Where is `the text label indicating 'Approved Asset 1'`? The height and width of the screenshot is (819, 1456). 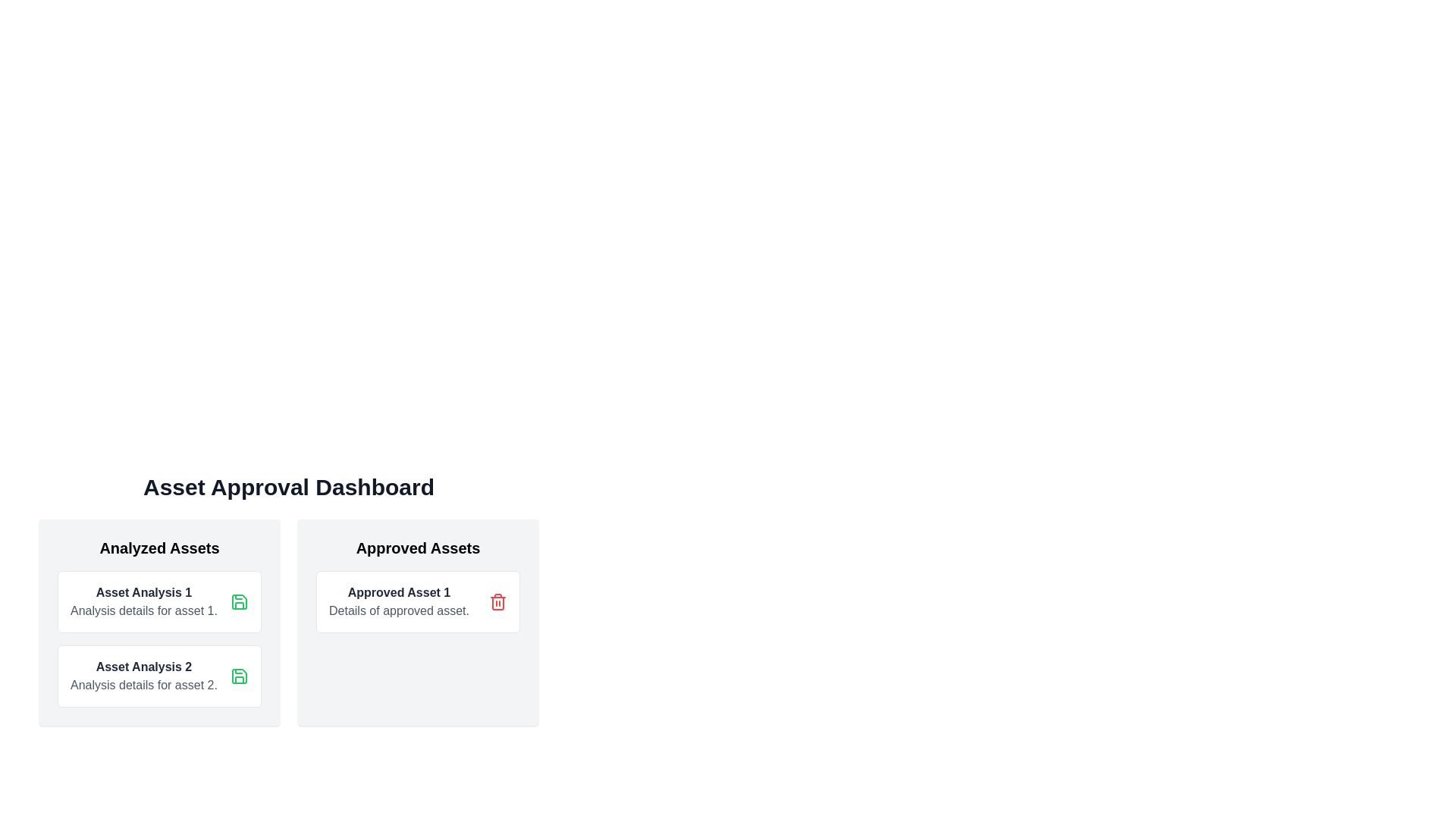
the text label indicating 'Approved Asset 1' is located at coordinates (399, 592).